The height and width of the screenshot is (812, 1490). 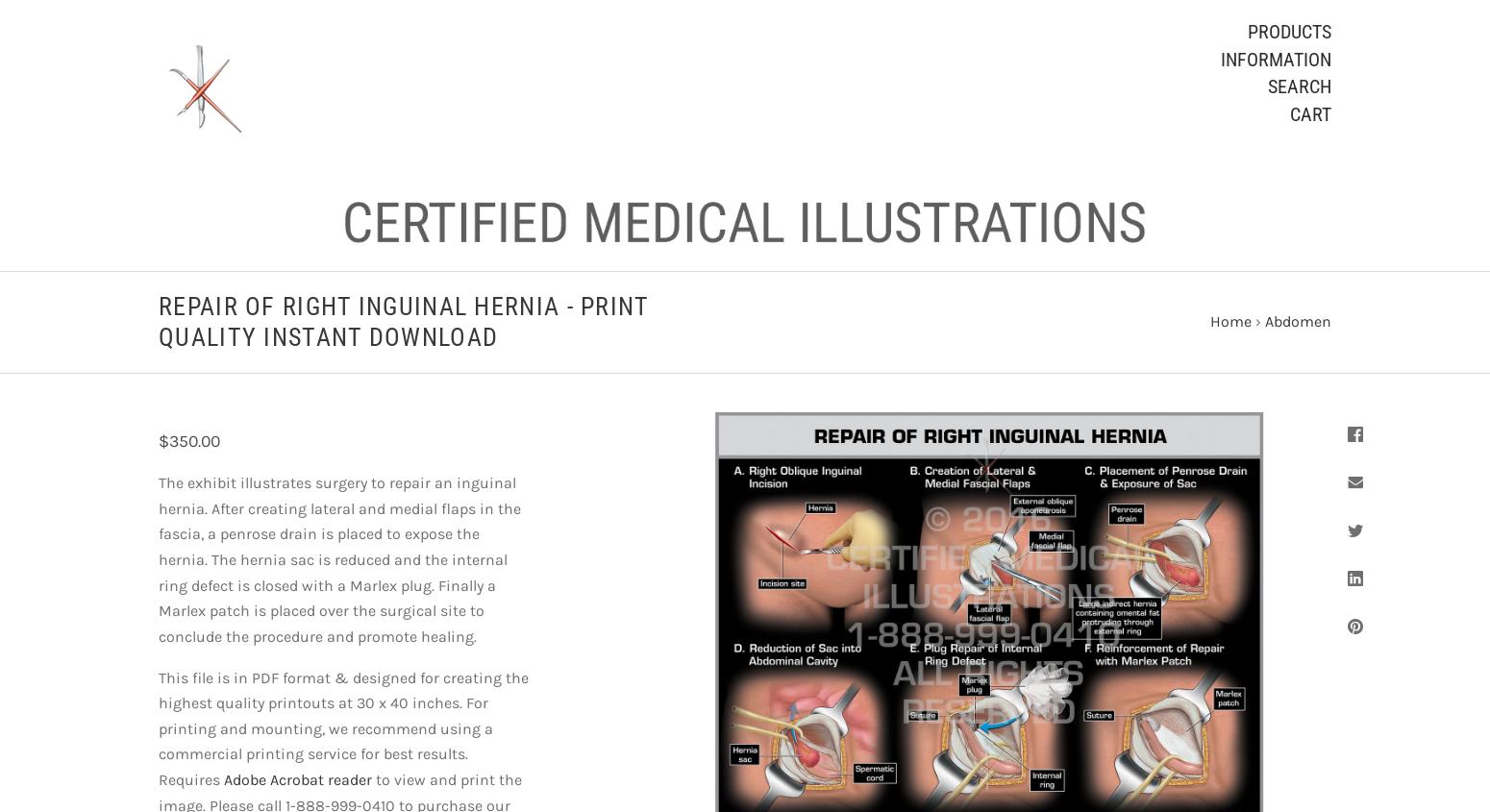 I want to click on 'Search', so click(x=1300, y=86).